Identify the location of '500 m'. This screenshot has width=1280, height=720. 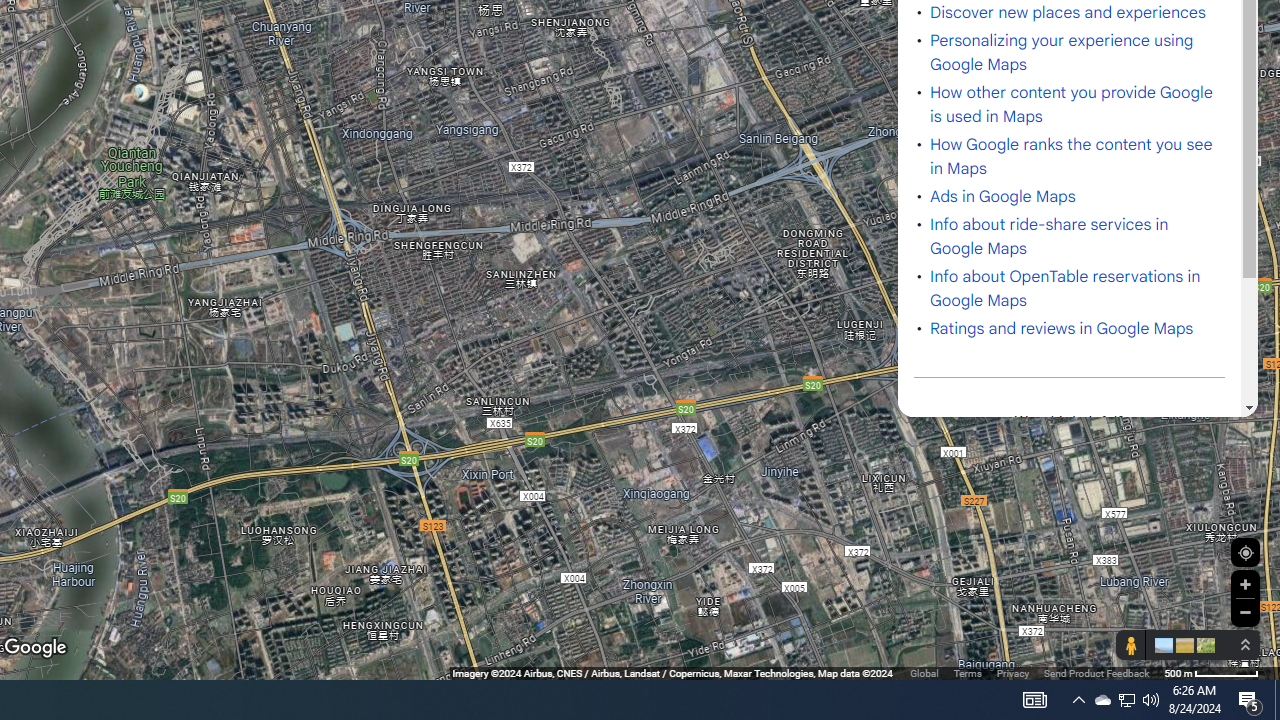
(1210, 673).